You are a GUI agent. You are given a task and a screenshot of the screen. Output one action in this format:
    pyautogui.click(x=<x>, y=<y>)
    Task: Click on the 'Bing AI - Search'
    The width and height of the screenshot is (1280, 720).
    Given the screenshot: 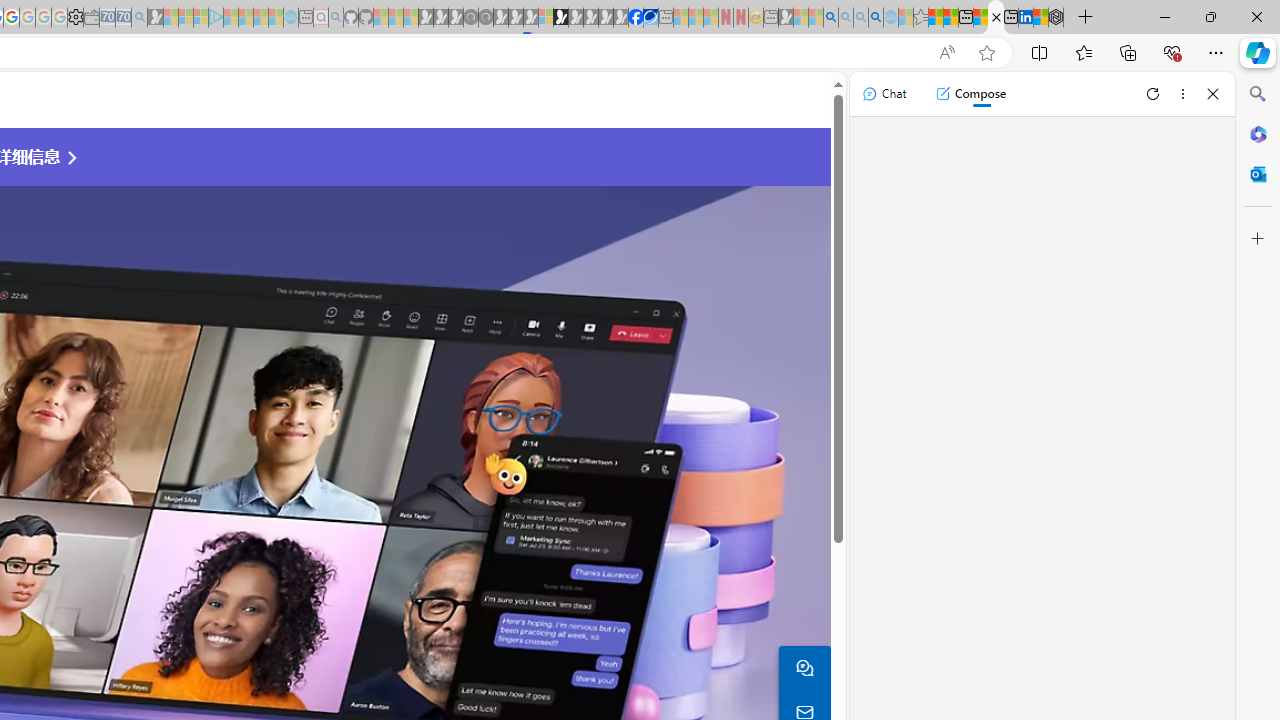 What is the action you would take?
    pyautogui.click(x=831, y=17)
    